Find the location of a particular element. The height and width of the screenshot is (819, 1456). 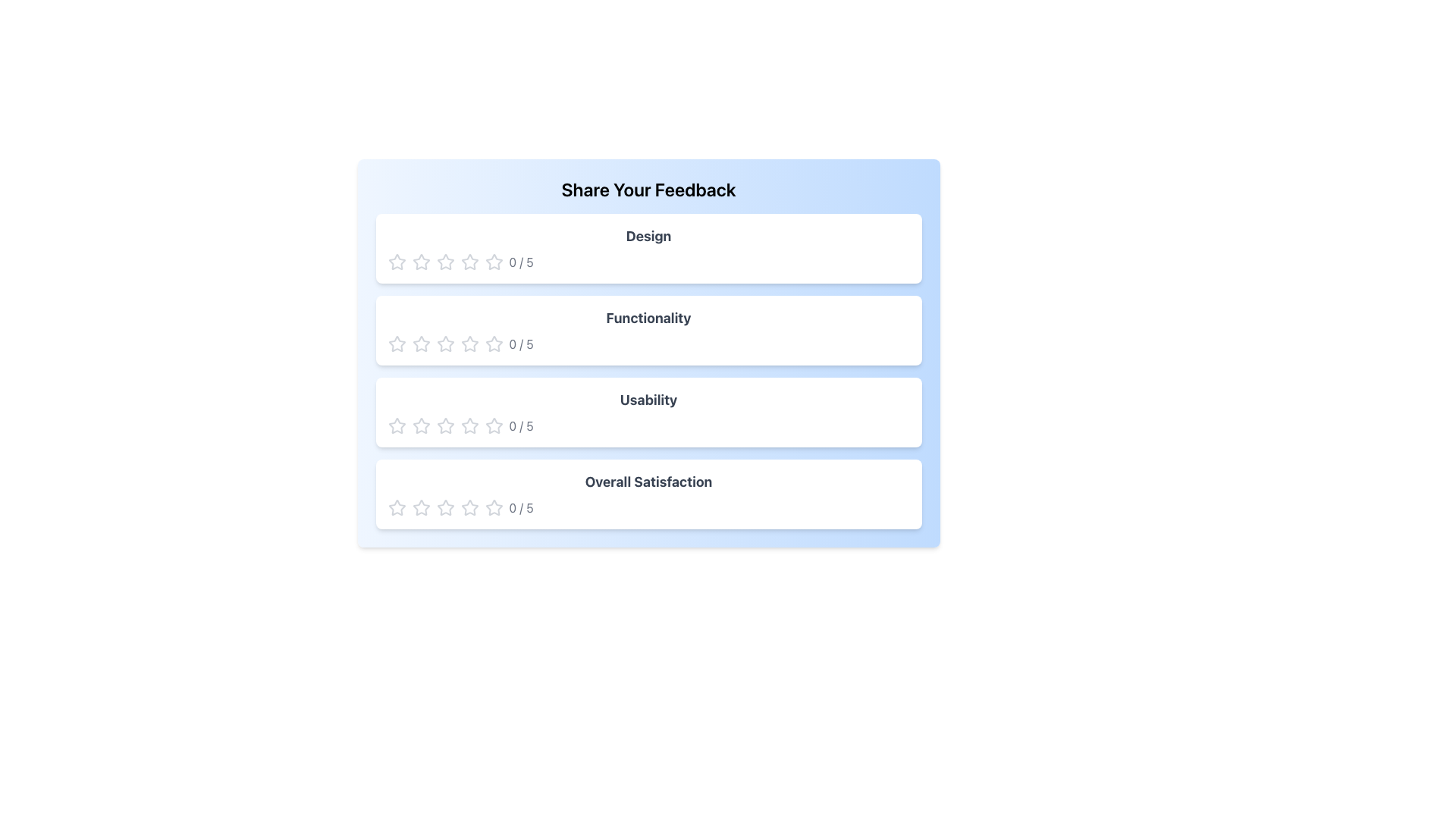

the first star in the 'Usability' feedback section is located at coordinates (397, 426).